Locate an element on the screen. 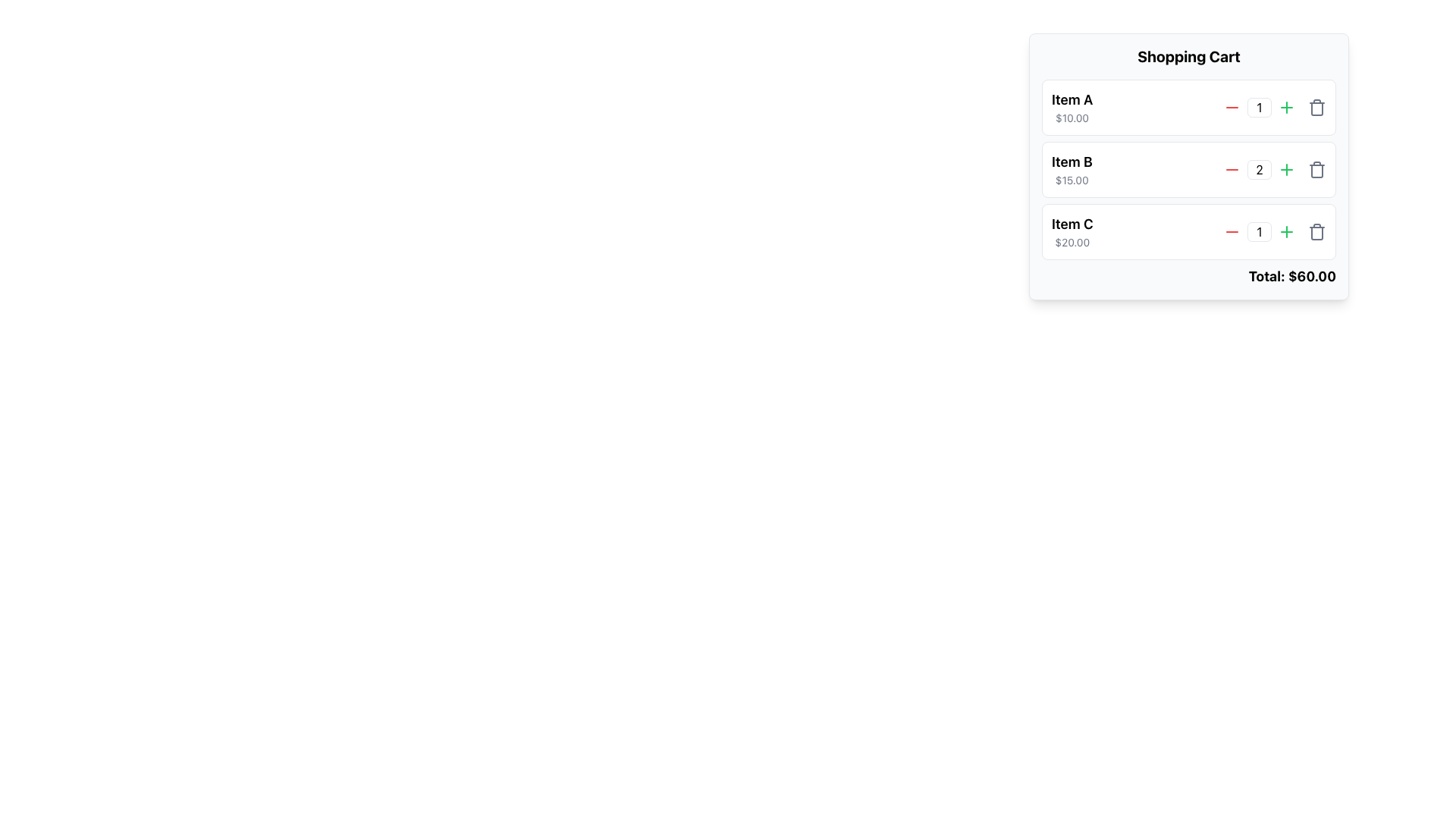 Image resolution: width=1456 pixels, height=819 pixels. the increment button located to the right of the quantity display input field for the second item in the shopping cart list is located at coordinates (1286, 169).